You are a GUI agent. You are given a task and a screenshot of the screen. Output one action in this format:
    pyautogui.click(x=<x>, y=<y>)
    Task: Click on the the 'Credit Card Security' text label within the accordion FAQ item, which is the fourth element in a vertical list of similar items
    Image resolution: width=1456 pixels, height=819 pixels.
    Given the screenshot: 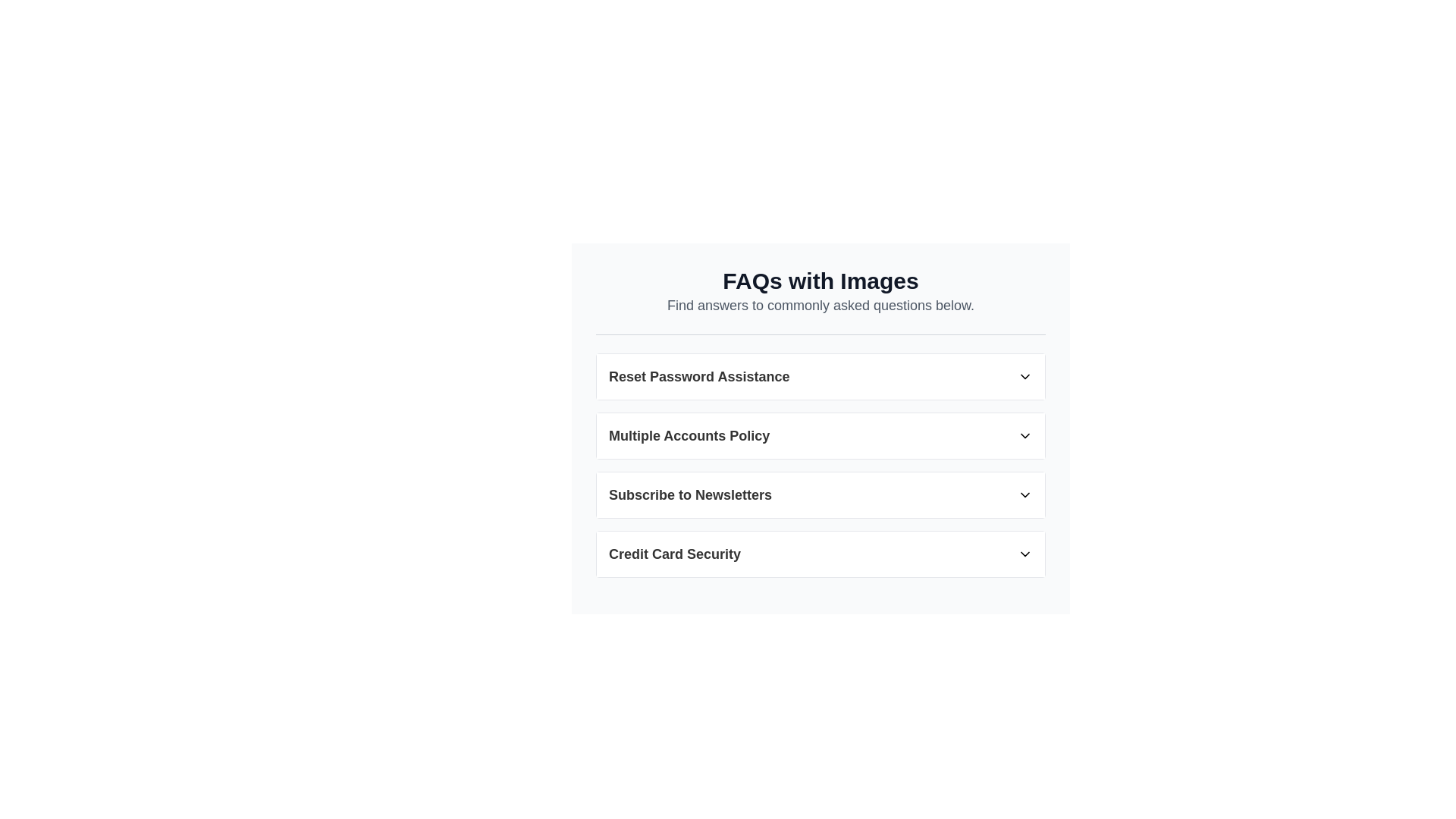 What is the action you would take?
    pyautogui.click(x=674, y=554)
    